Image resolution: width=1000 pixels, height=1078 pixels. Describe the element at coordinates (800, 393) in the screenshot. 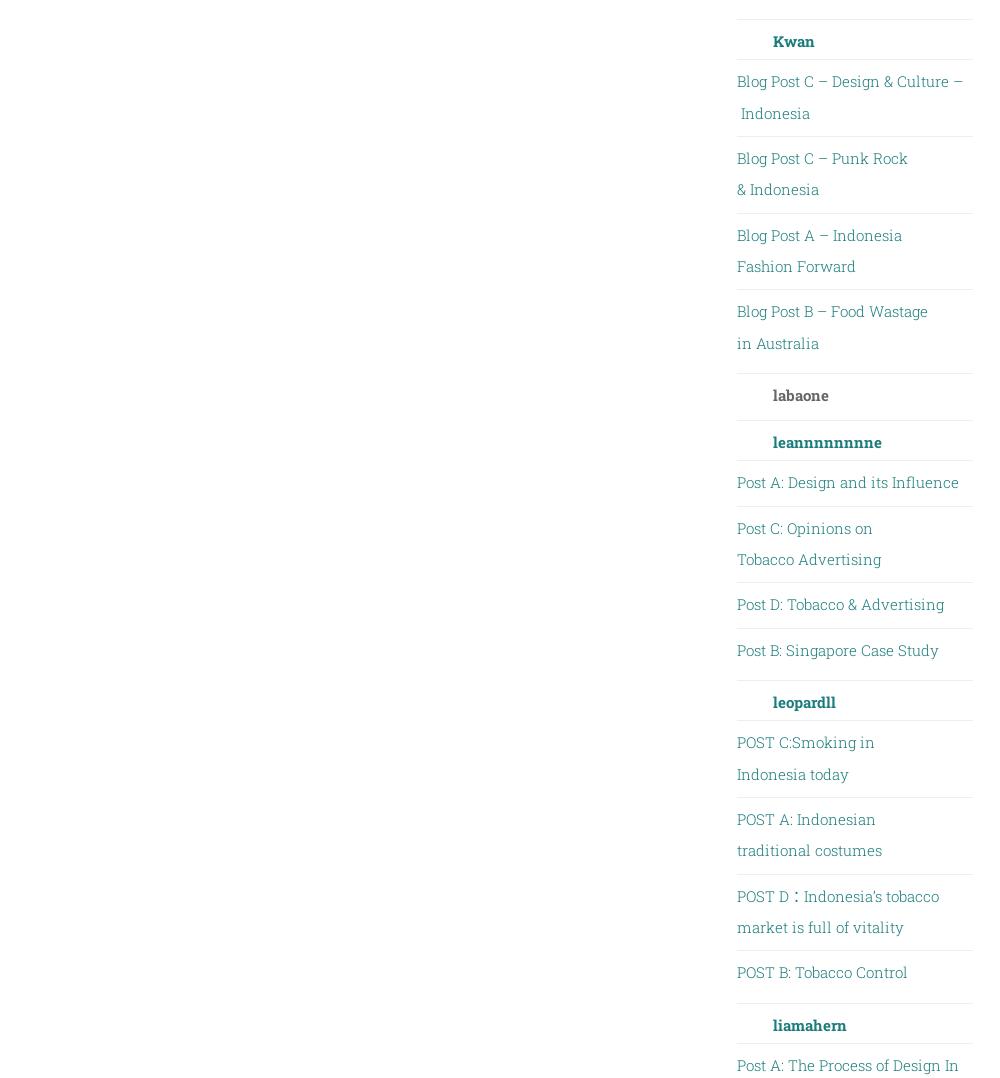

I see `'labaone'` at that location.